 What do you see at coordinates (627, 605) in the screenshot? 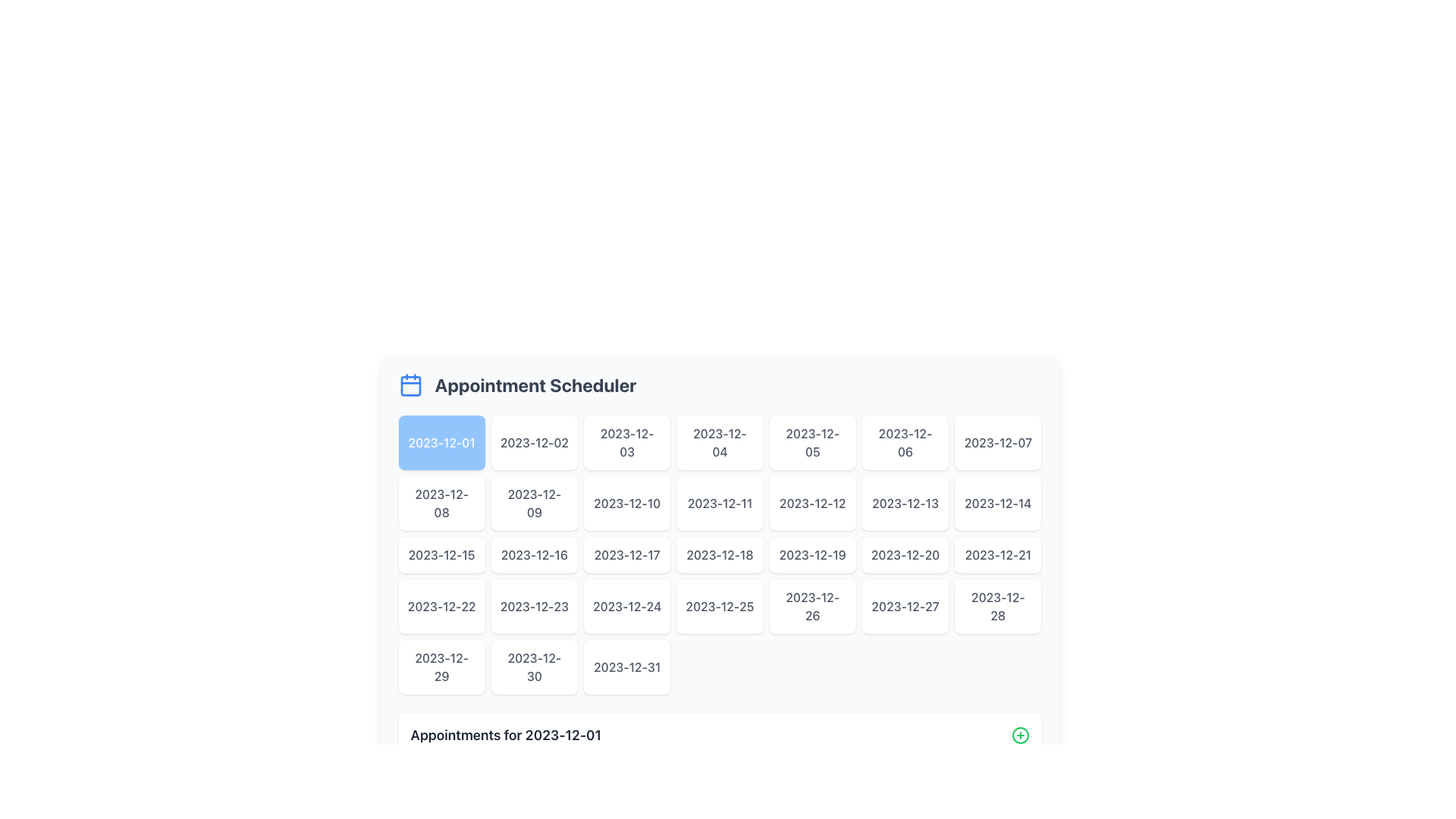
I see `the rectangular card displaying the date '2023-12-24' in the calendar grid` at bounding box center [627, 605].